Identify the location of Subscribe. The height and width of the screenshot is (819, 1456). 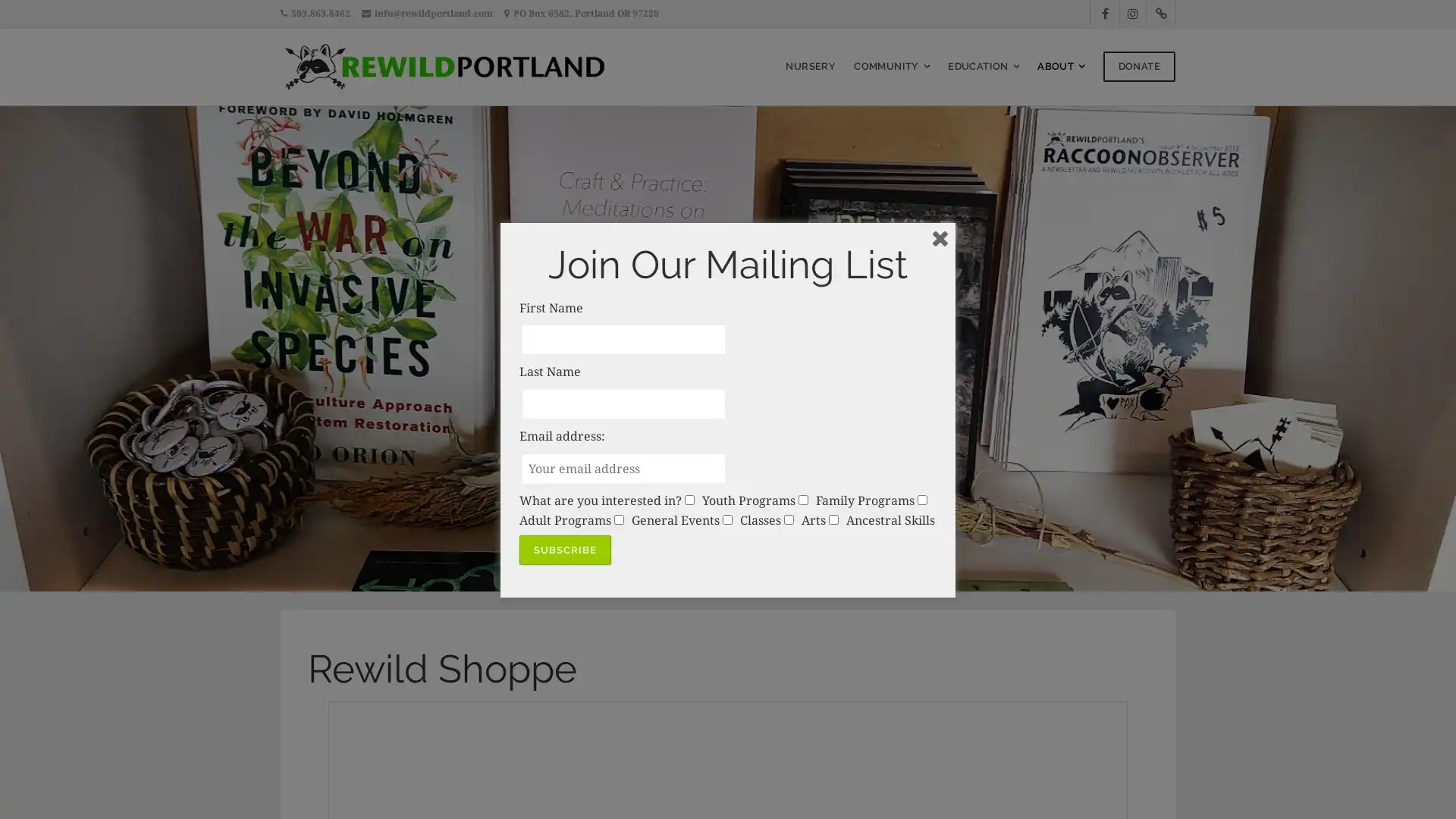
(564, 550).